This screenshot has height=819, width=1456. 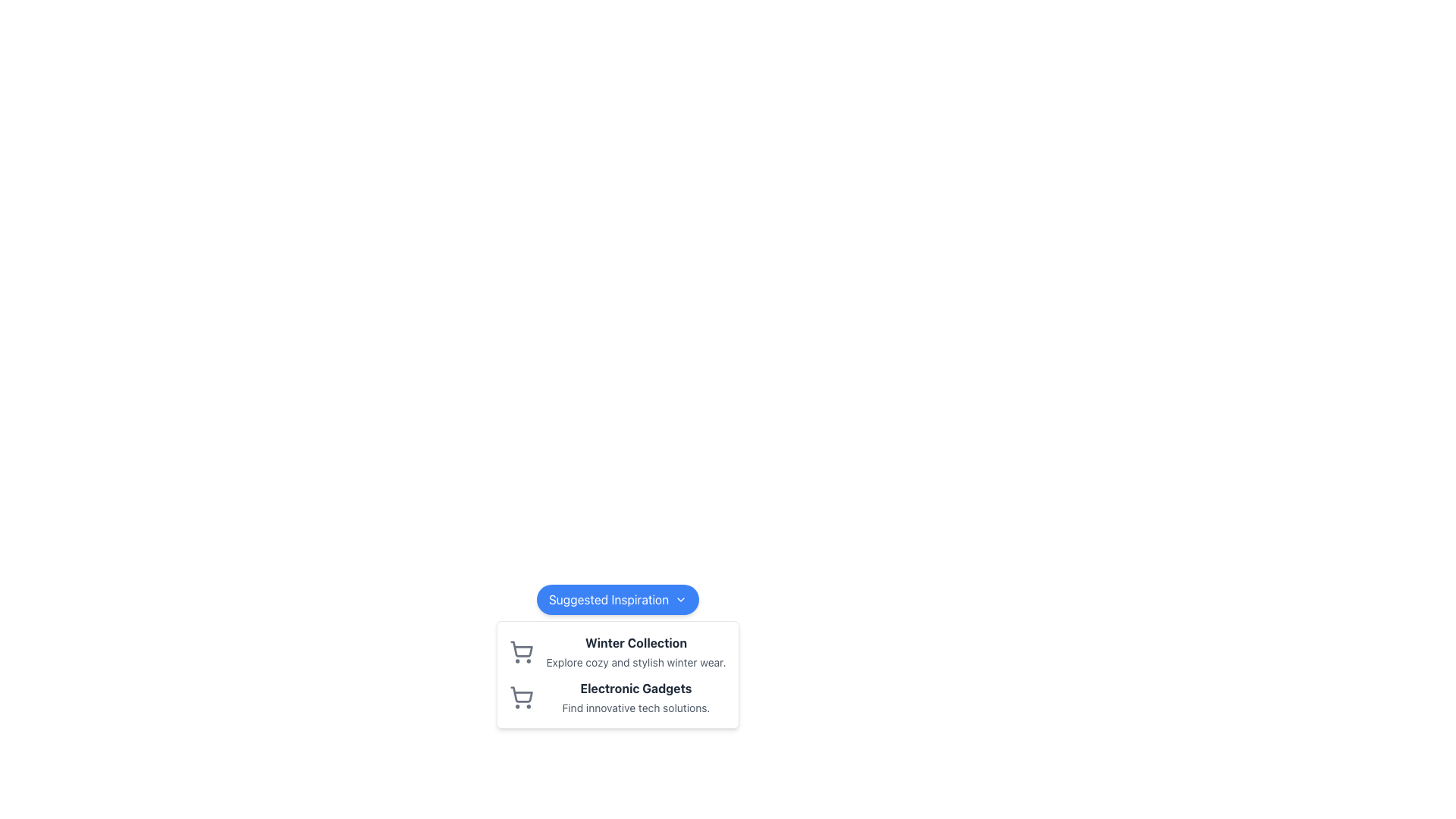 What do you see at coordinates (636, 688) in the screenshot?
I see `the text label that serves as the title for the electronic gadgets section, located directly above the supporting text 'Find innovative tech solutions.'` at bounding box center [636, 688].